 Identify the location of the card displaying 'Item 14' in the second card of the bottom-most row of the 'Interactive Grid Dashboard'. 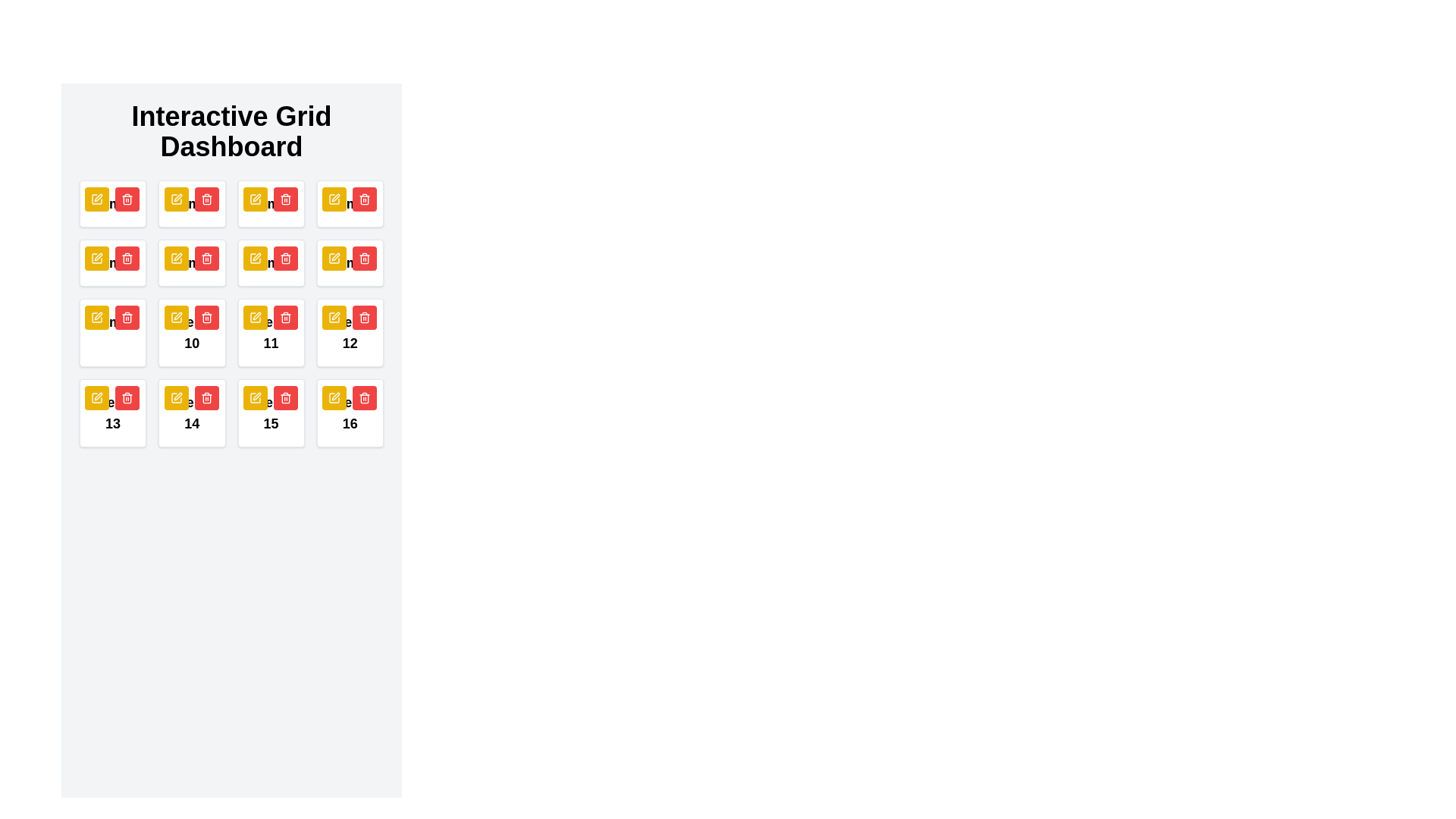
(191, 413).